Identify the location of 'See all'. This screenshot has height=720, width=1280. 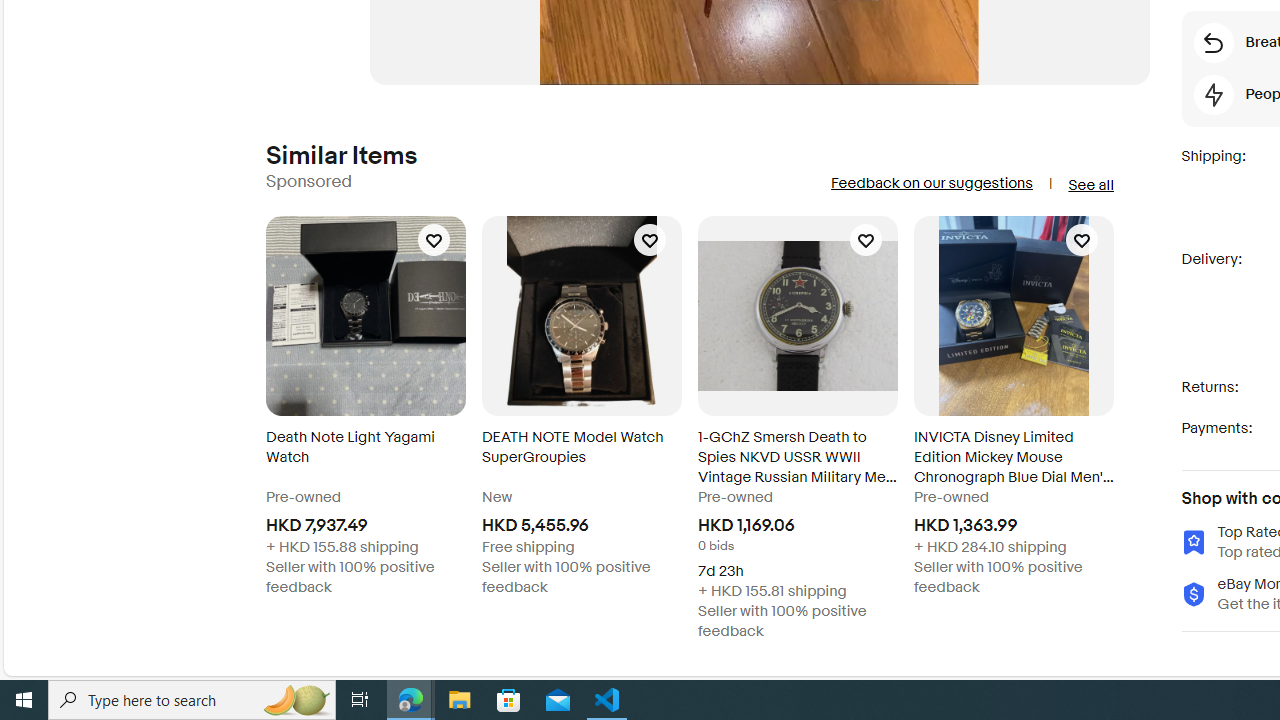
(1089, 185).